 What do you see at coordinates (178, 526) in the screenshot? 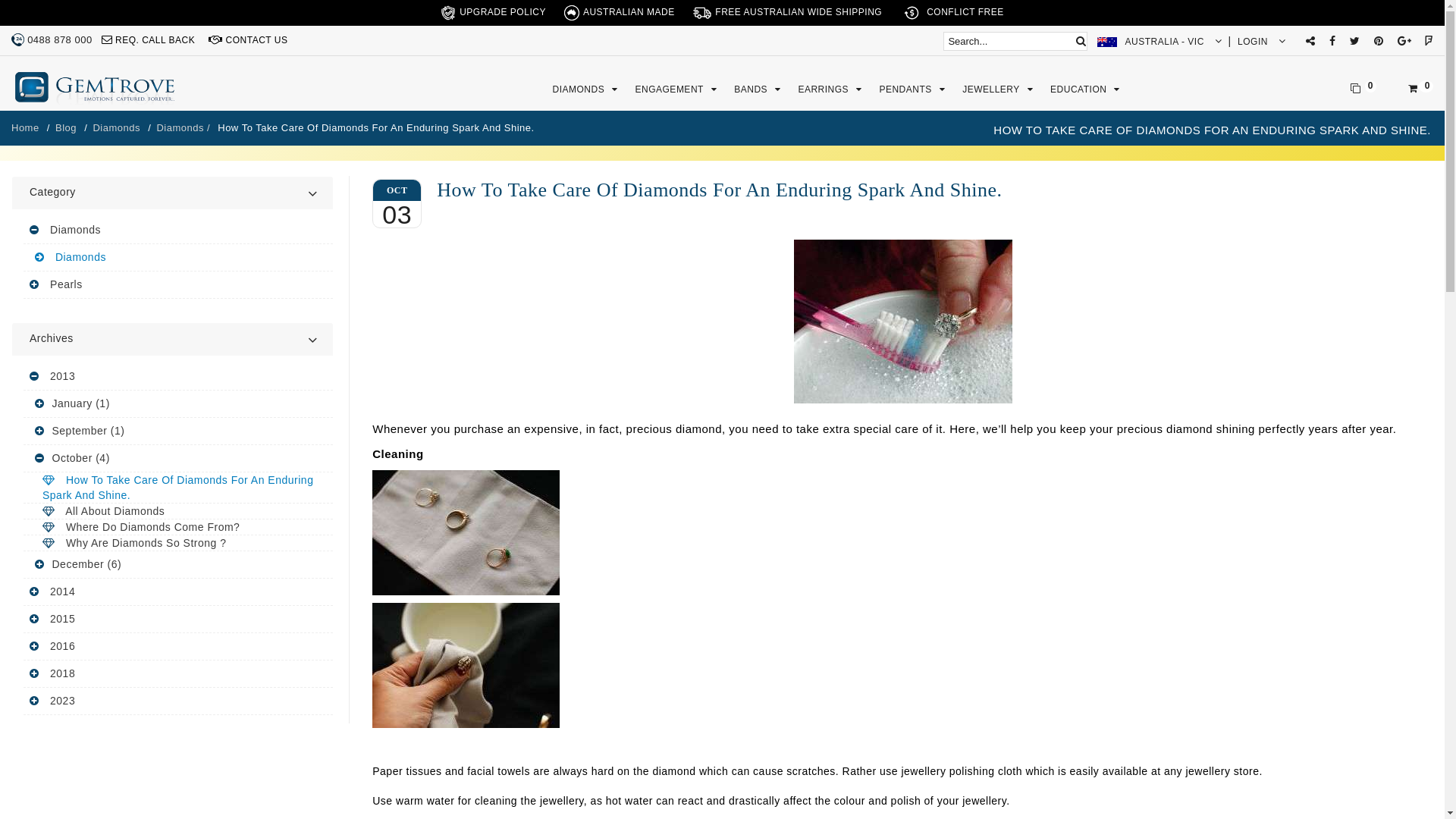
I see `'Where Do Diamonds Come From?'` at bounding box center [178, 526].